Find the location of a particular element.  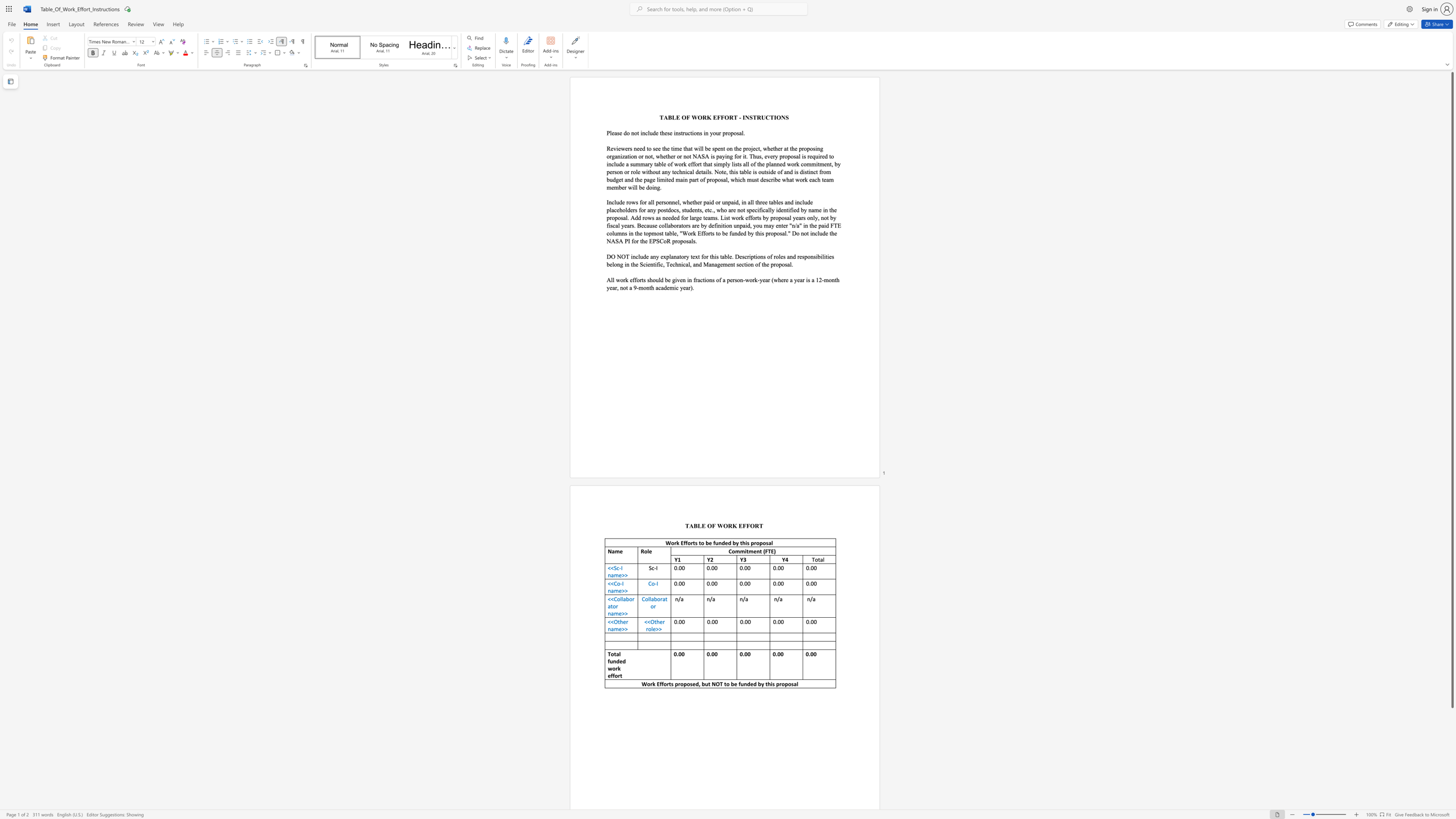

the right-hand scrollbar to descend the page is located at coordinates (1451, 788).